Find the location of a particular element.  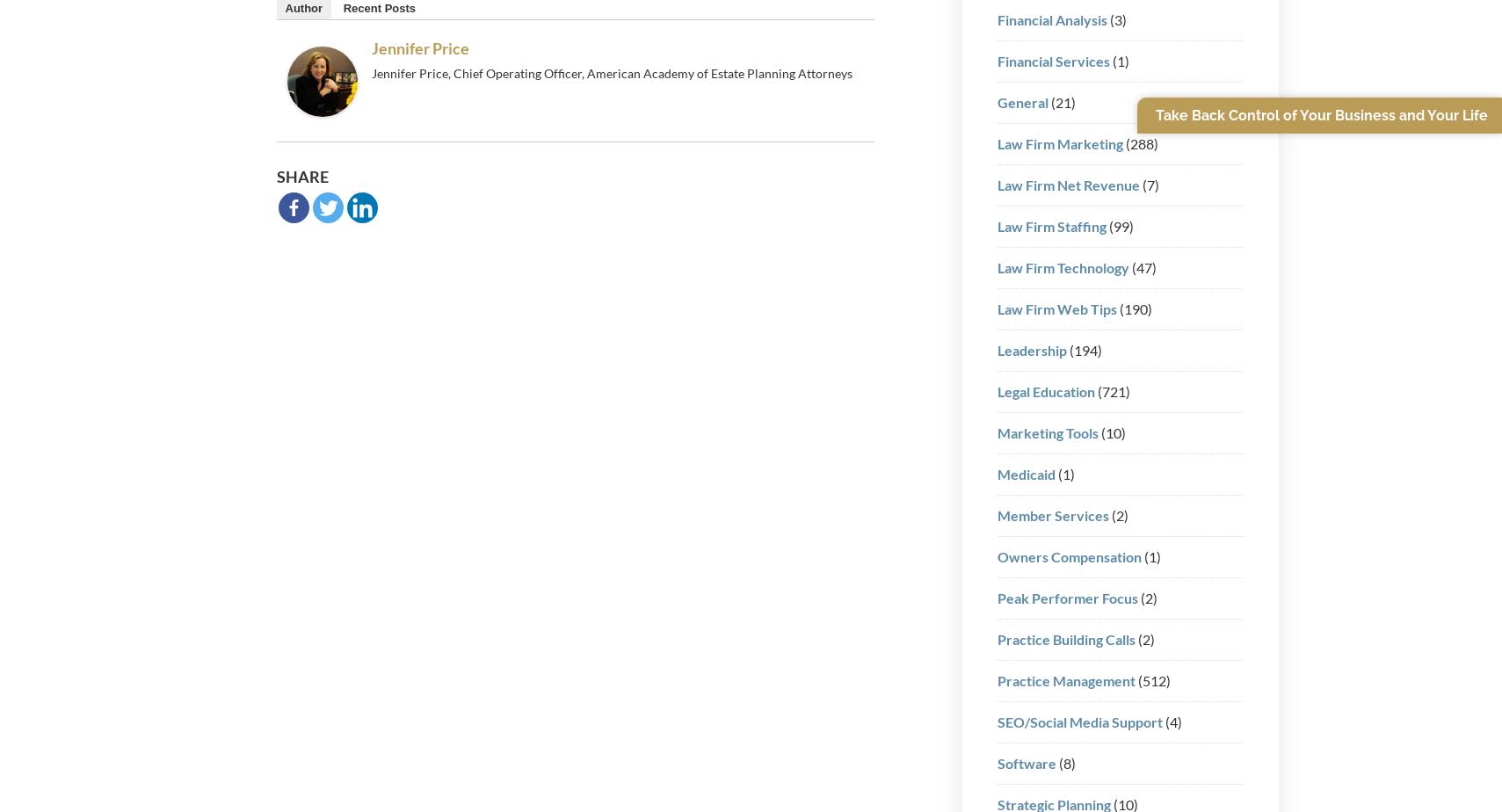

'(288)' is located at coordinates (1139, 142).